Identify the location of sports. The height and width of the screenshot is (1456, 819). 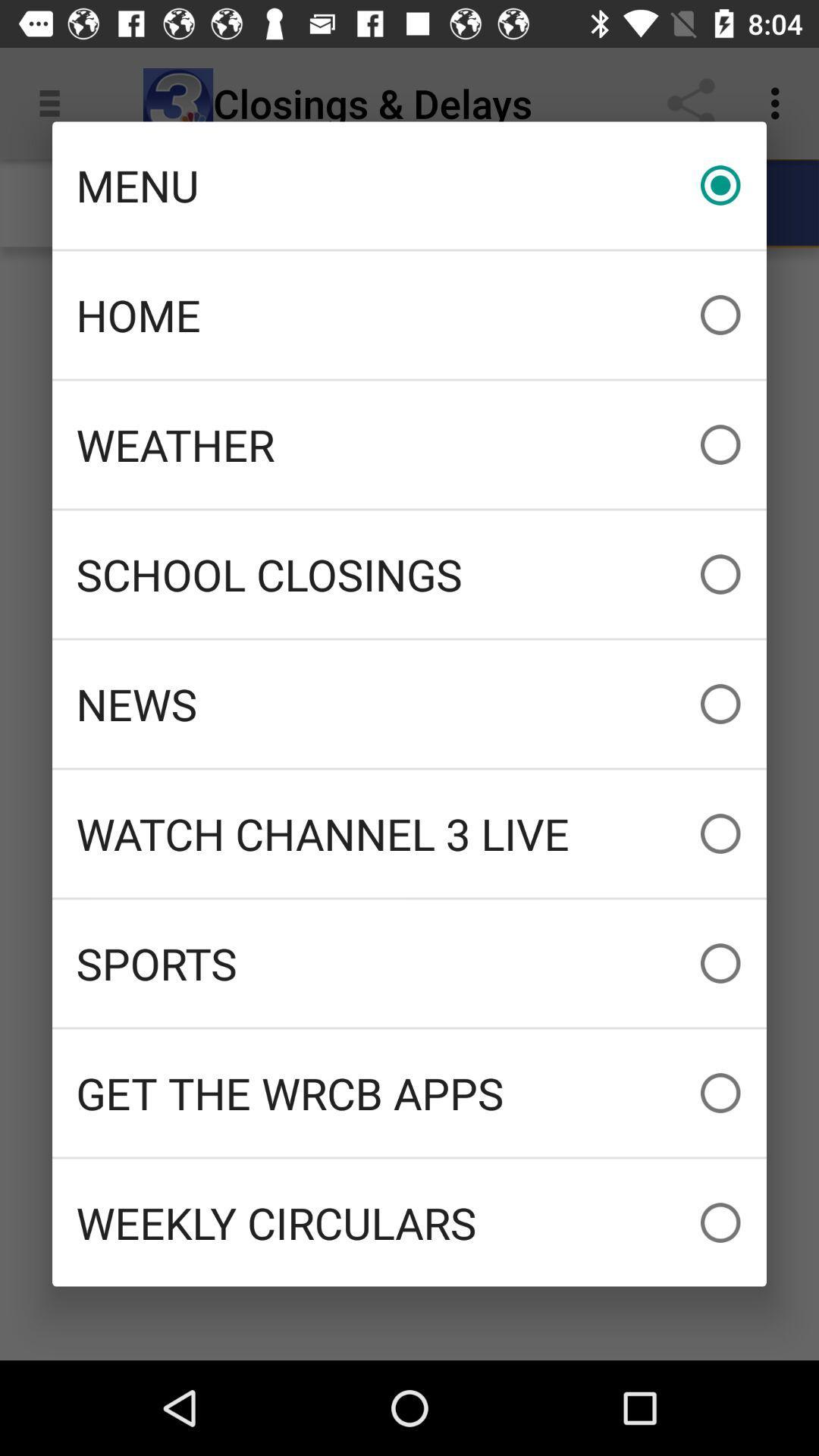
(409, 962).